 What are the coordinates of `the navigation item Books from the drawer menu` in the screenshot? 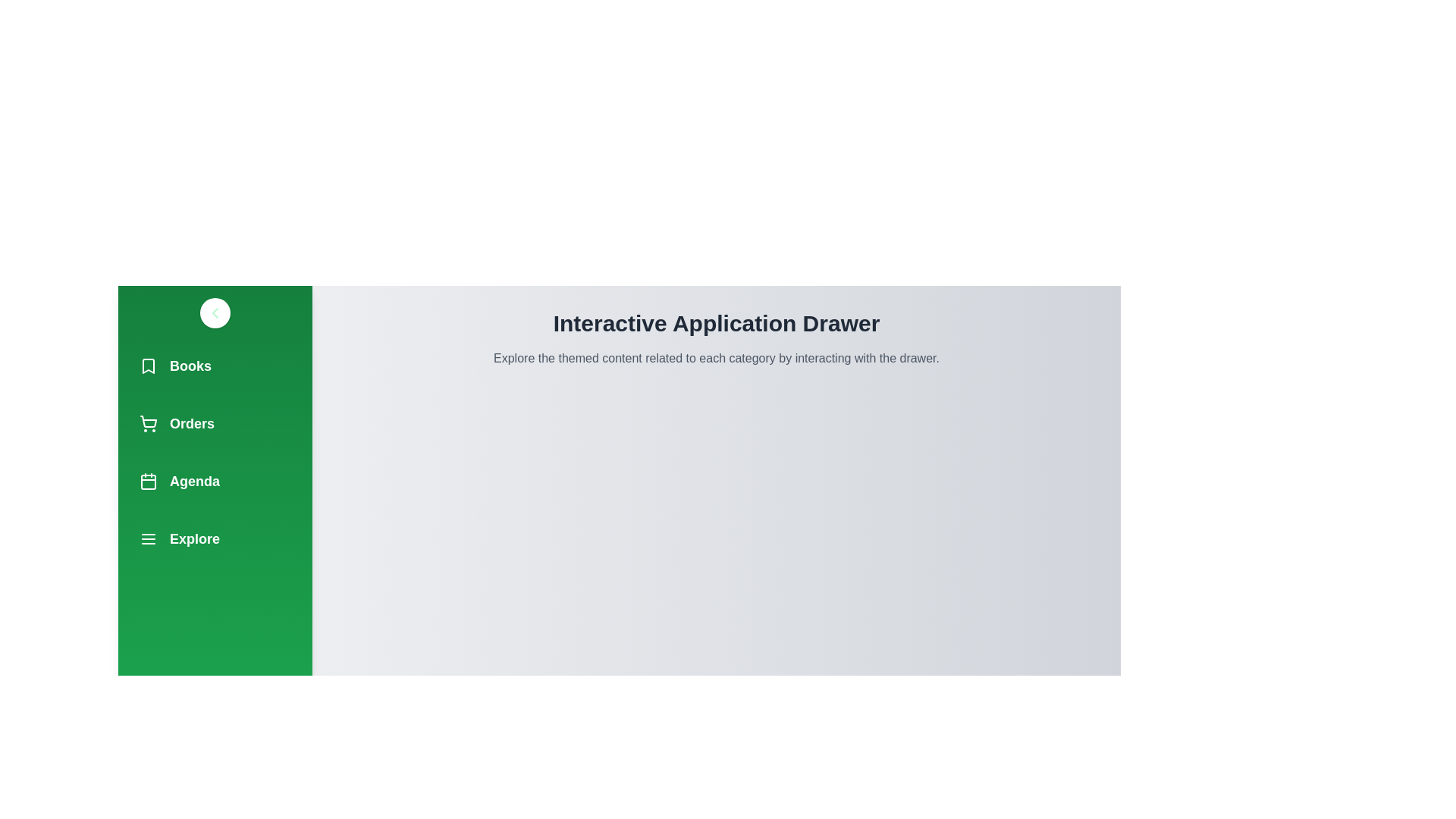 It's located at (214, 366).